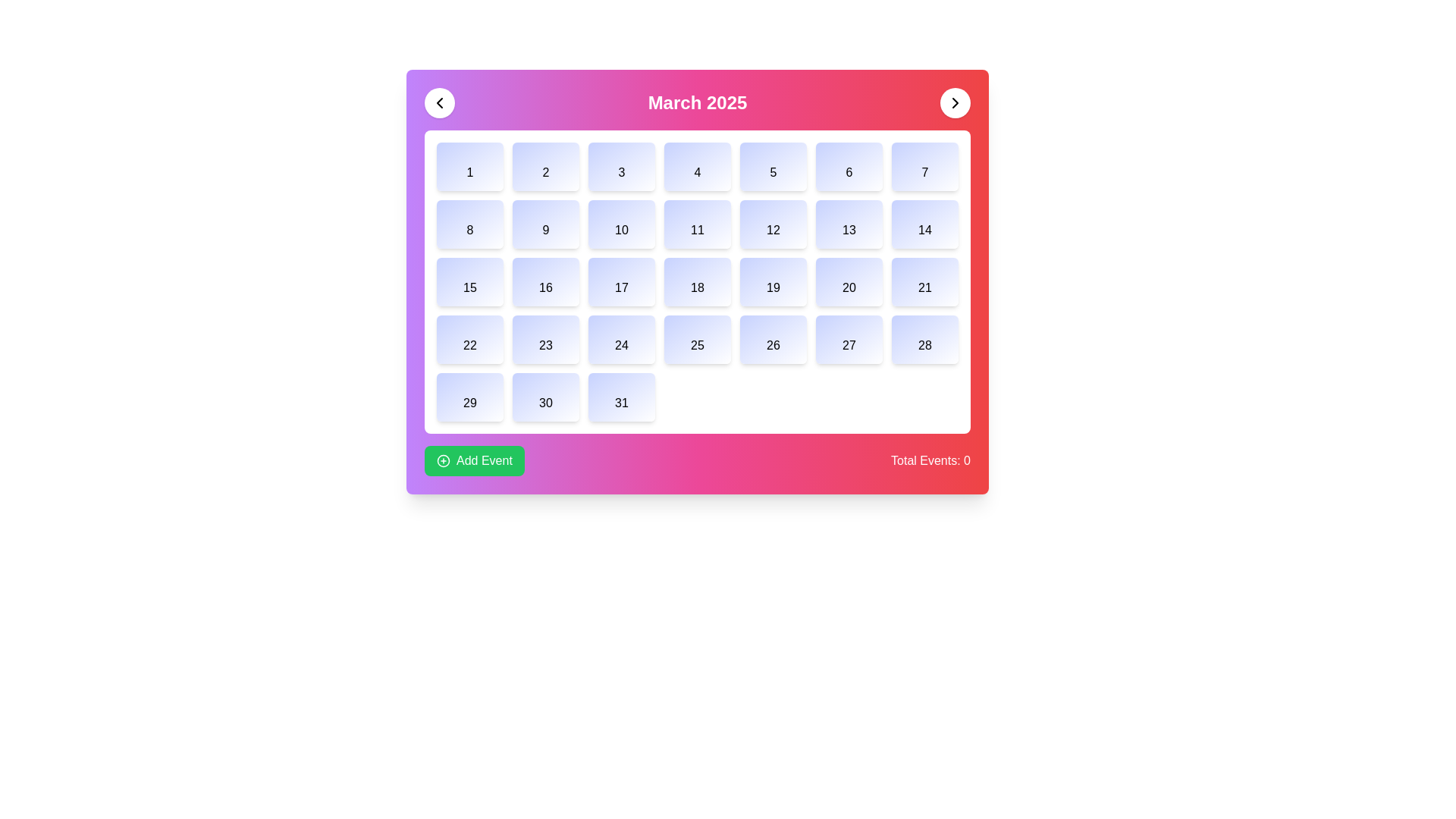  What do you see at coordinates (443, 460) in the screenshot?
I see `the 'Add Event' button, which is visually complemented by the decorative SVG circle located at the bottom-left of the calendar interface` at bounding box center [443, 460].